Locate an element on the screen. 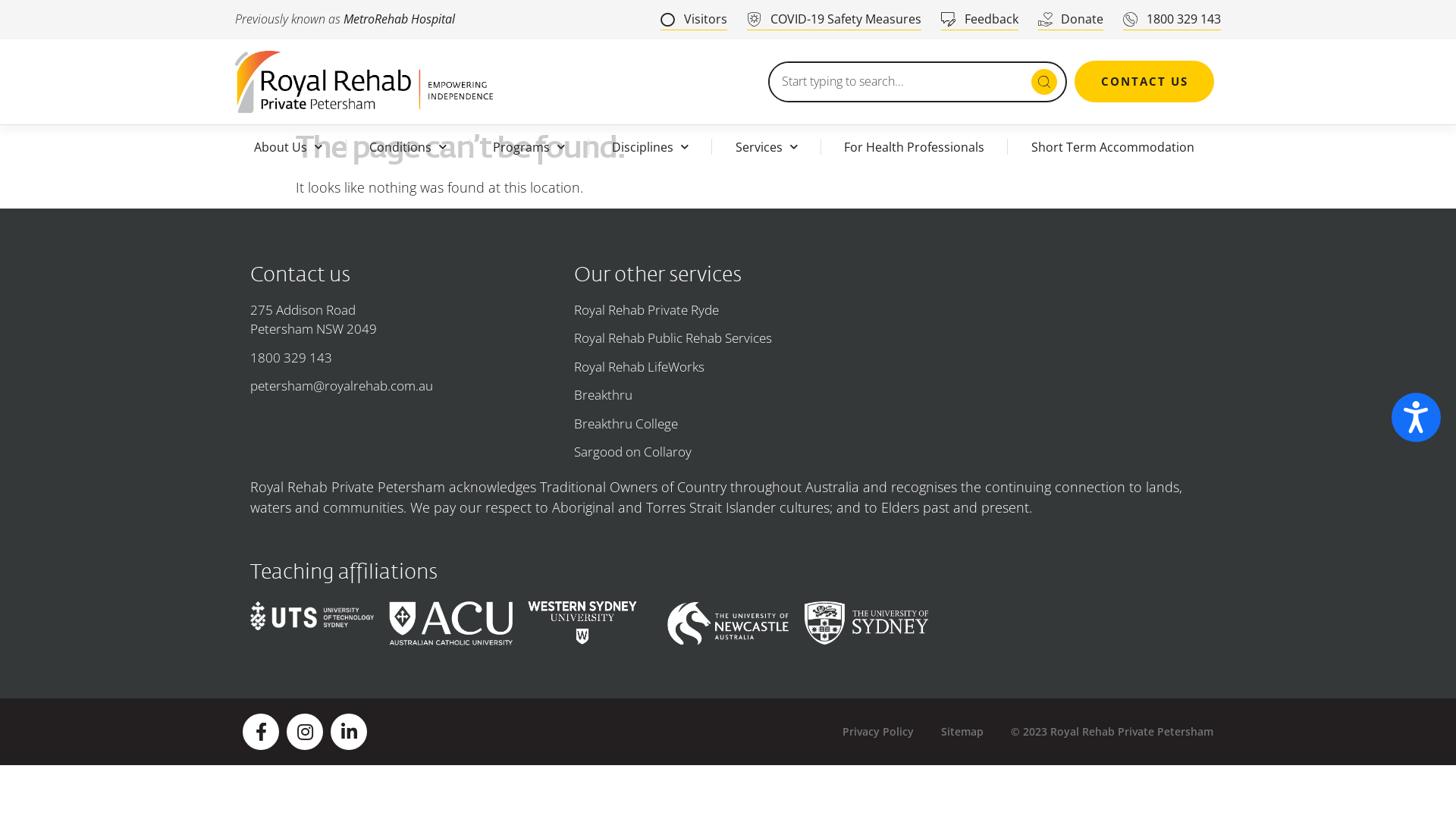 This screenshot has width=1456, height=819. 'Programs' is located at coordinates (529, 146).